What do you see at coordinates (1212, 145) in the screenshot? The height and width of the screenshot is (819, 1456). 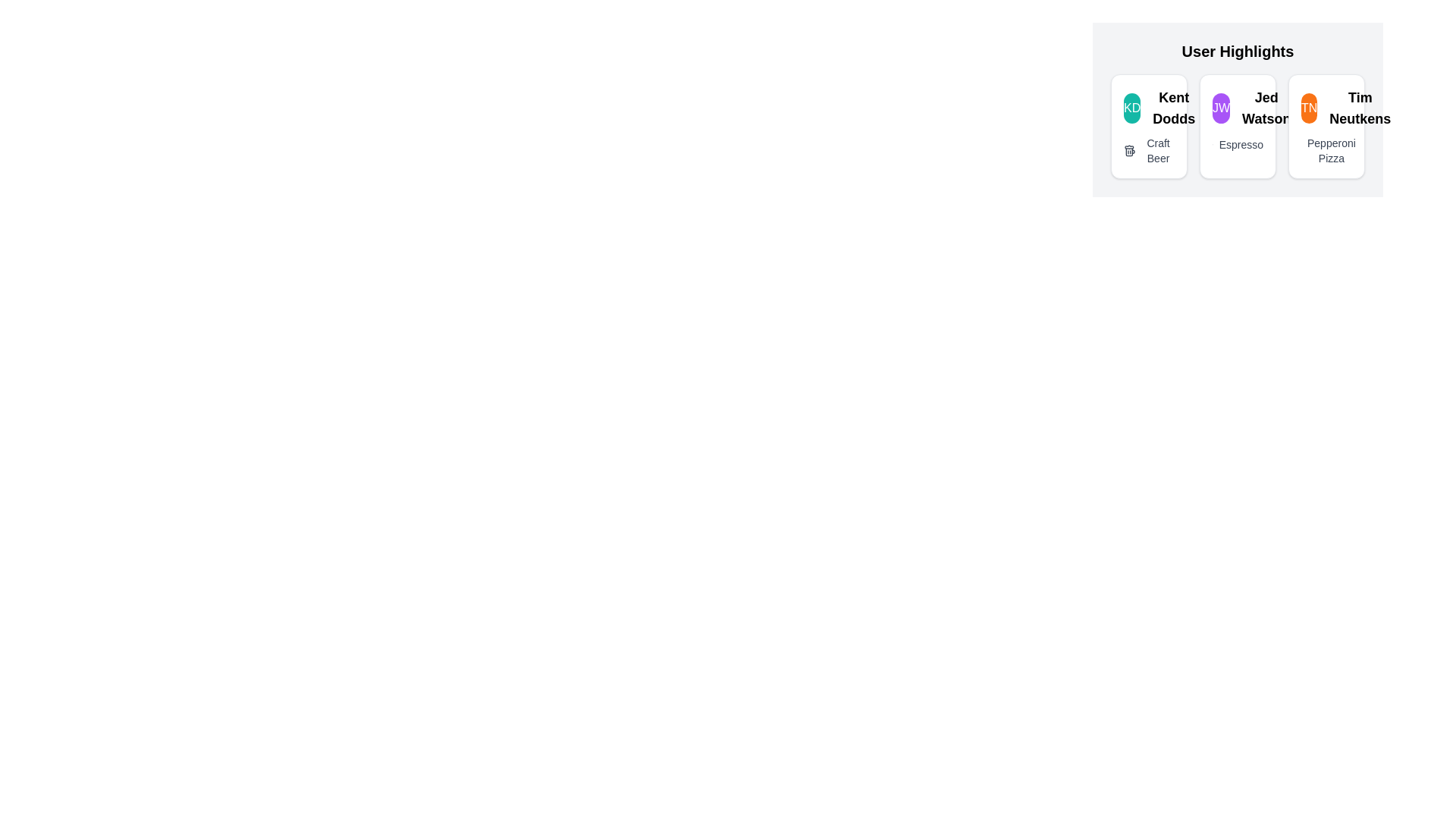 I see `the small coffee cup icon located to the left of the text 'Espresso' in the middle section of the second card in a list of three cards` at bounding box center [1212, 145].